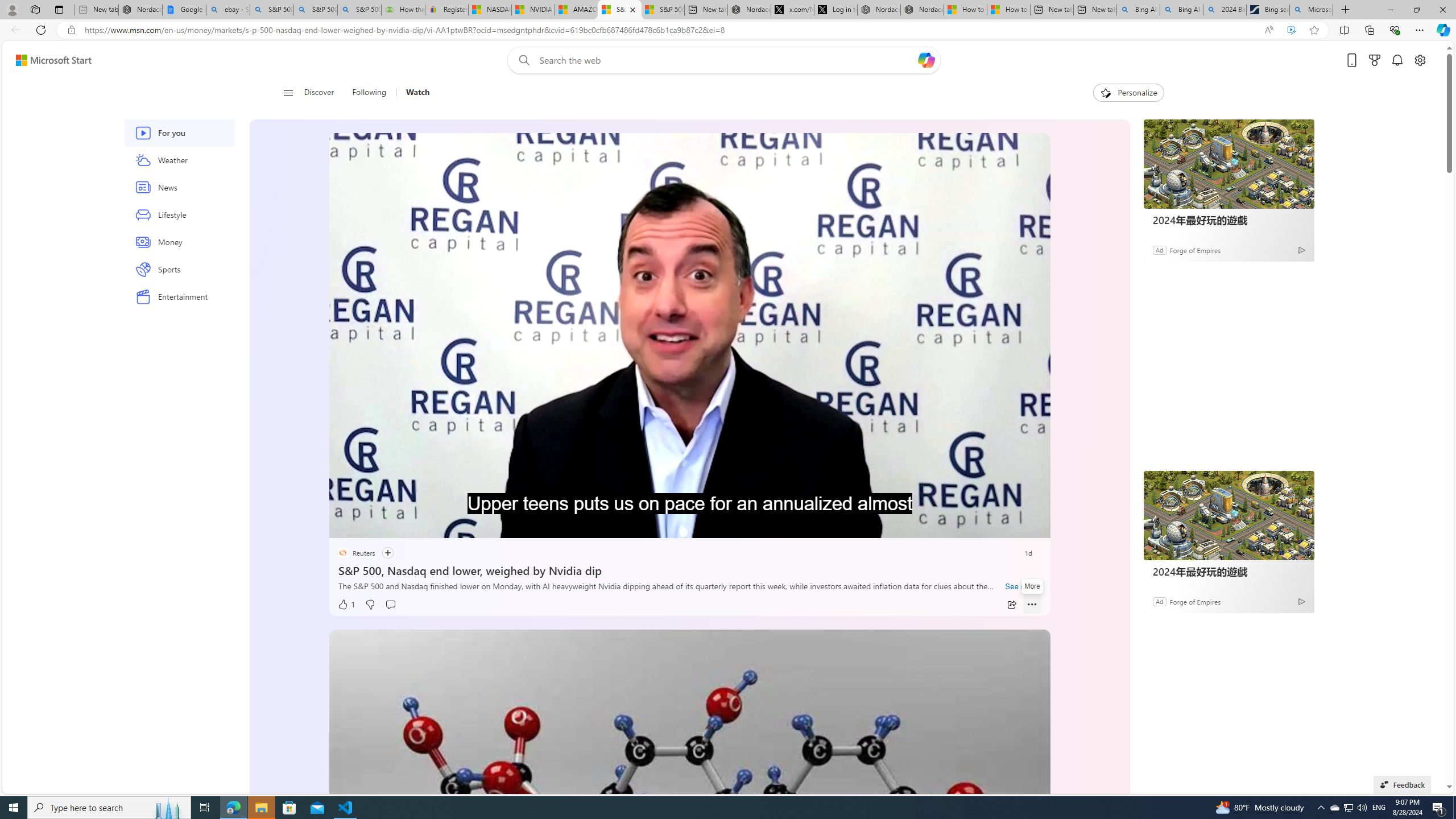  Describe the element at coordinates (1194, 601) in the screenshot. I see `'Forge of Empires'` at that location.